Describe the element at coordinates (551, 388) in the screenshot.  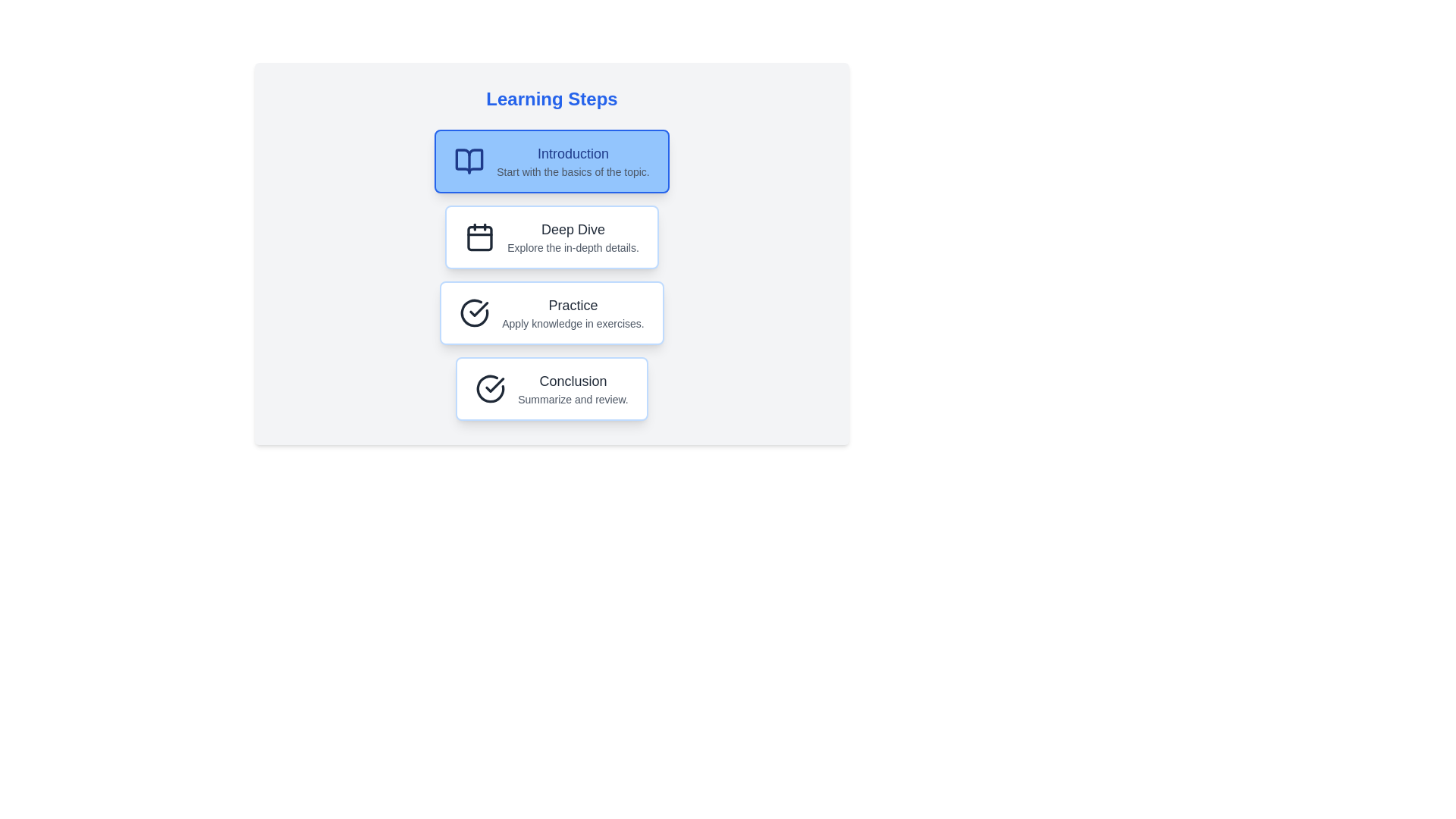
I see `text content of the 'Conclusion' section header located at the bottom of the vertically aligned list of sections including 'Introduction,' 'Deep Dive,' 'Practice,' and 'Conclusion.'` at that location.